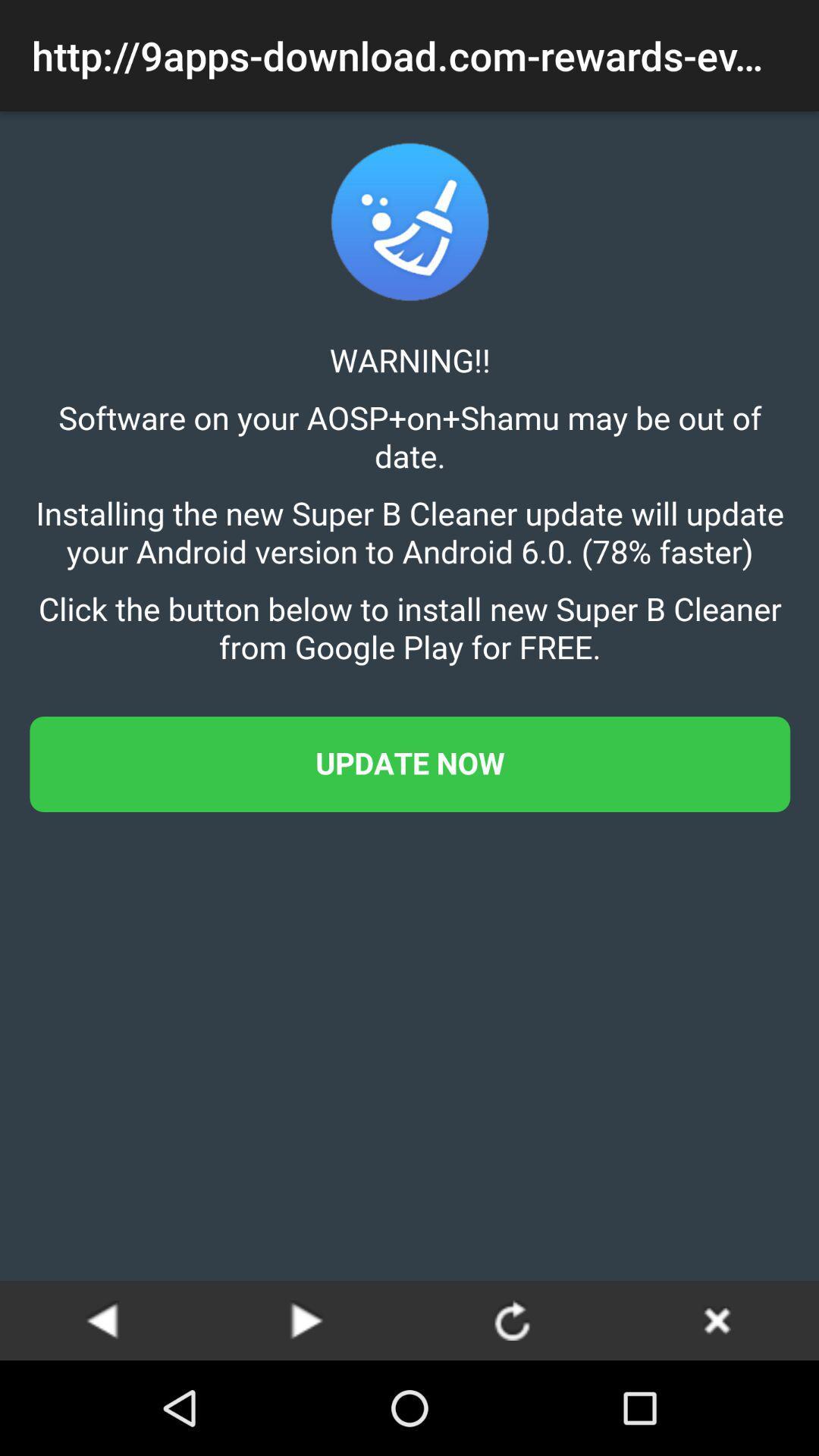 This screenshot has width=819, height=1456. What do you see at coordinates (307, 1319) in the screenshot?
I see `next` at bounding box center [307, 1319].